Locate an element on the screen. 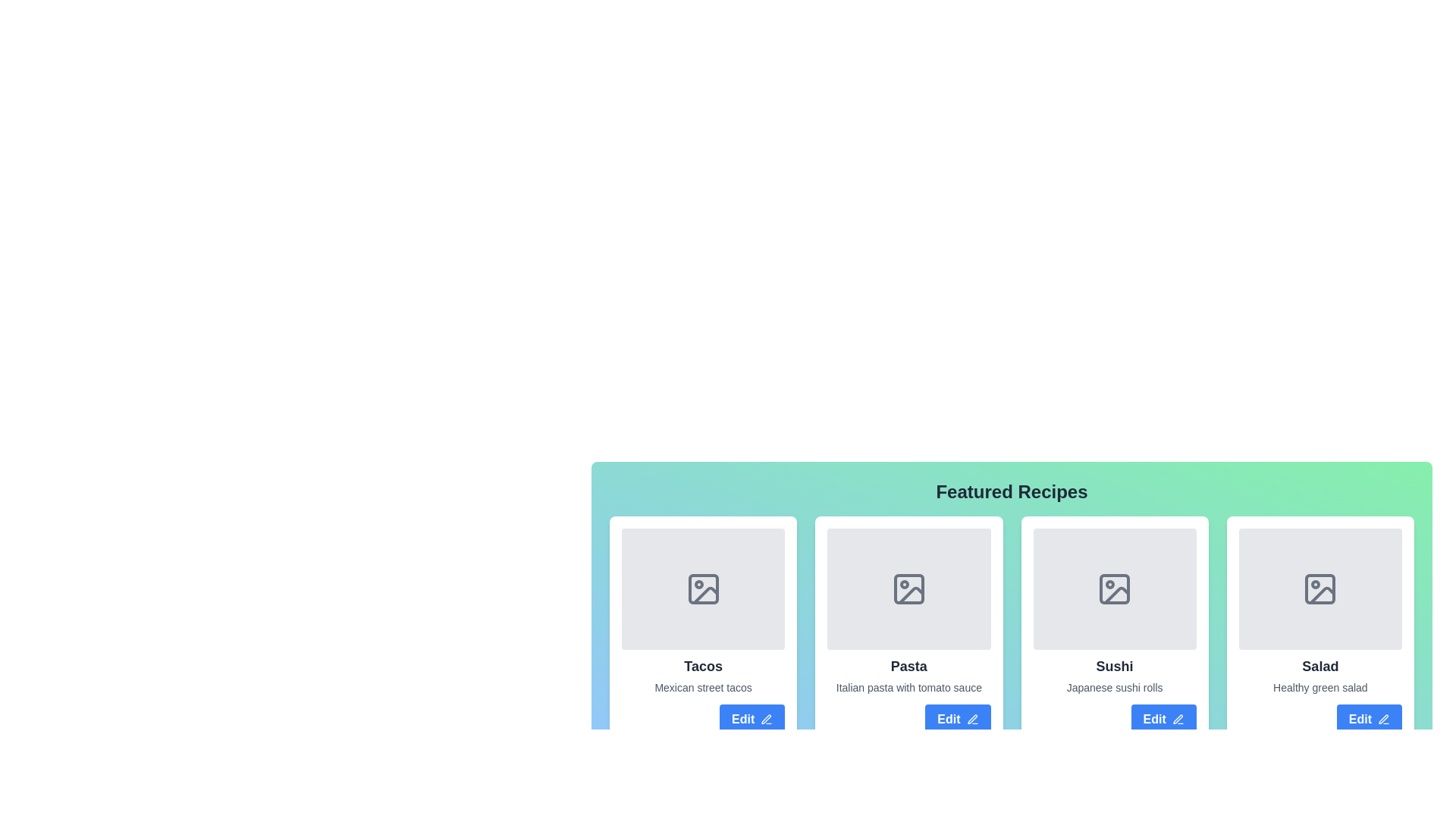 The height and width of the screenshot is (819, 1456). the third 'Edit' button located below the 'Sushi' recipe card in the 'Featured Recipes' section is located at coordinates (1163, 718).